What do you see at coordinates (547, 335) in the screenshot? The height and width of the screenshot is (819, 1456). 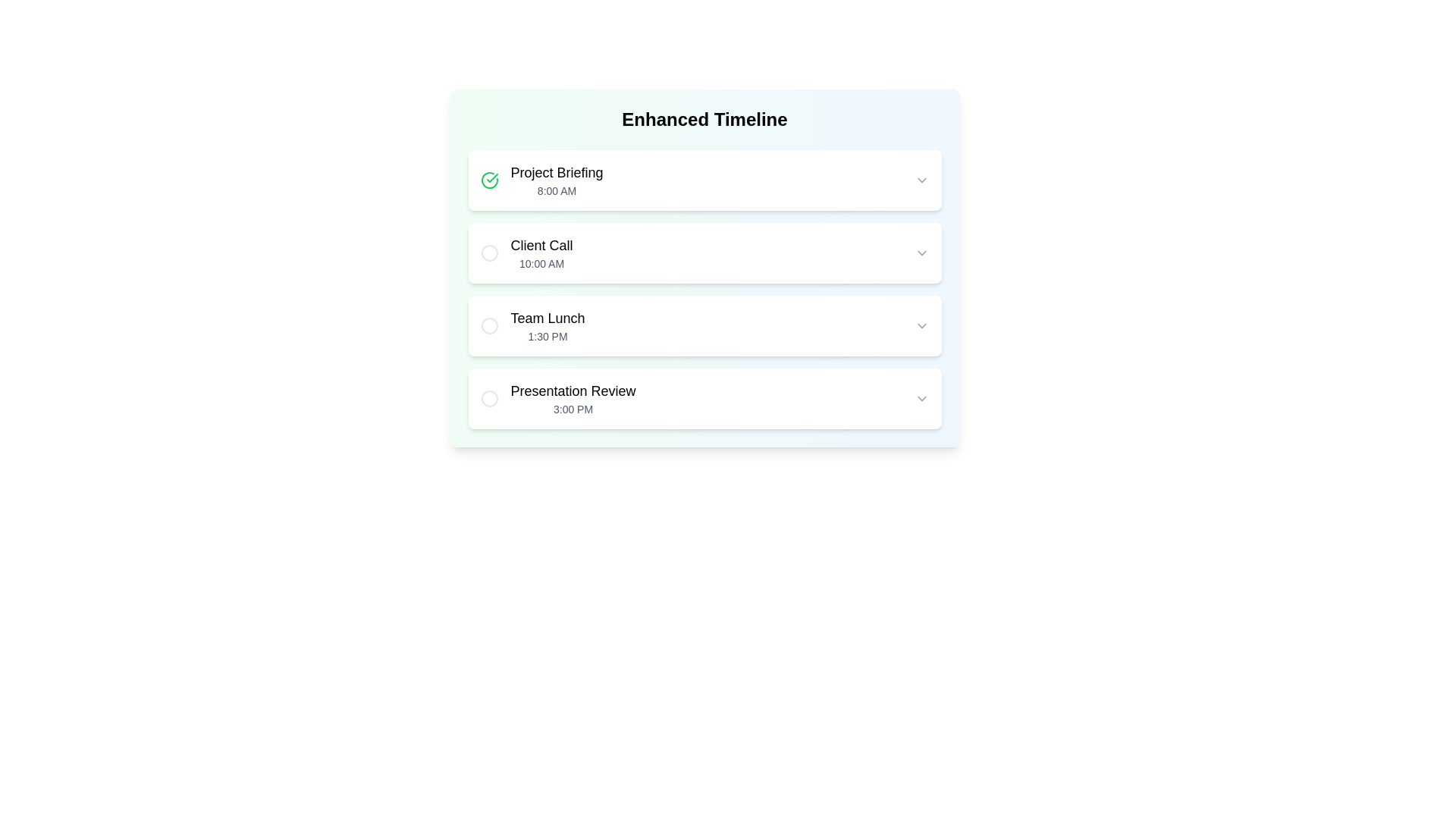 I see `time displayed in the text label below the 'Team Lunch' title, which shows '1:30 PM'` at bounding box center [547, 335].